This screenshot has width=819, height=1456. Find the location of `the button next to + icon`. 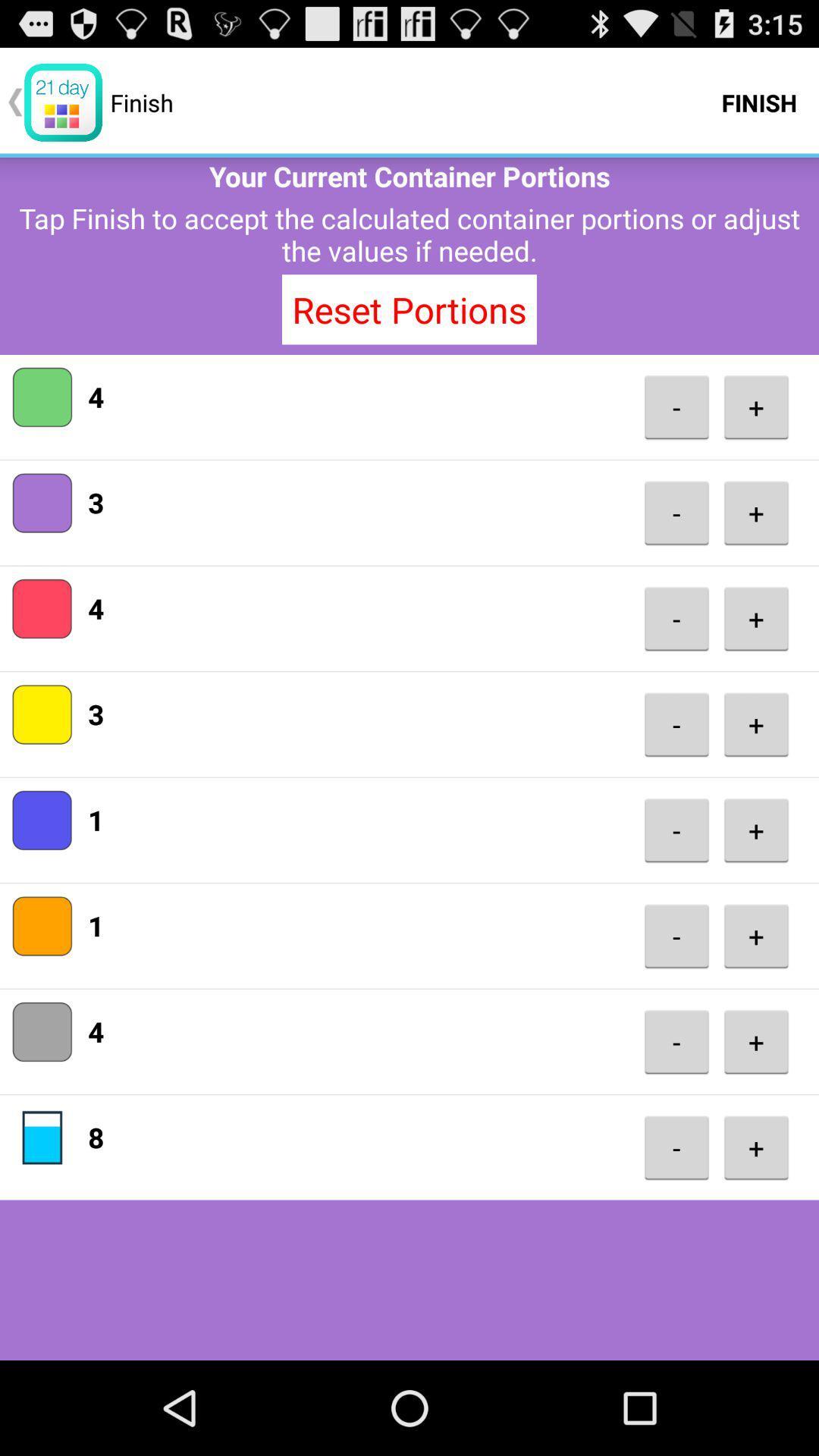

the button next to + icon is located at coordinates (676, 829).